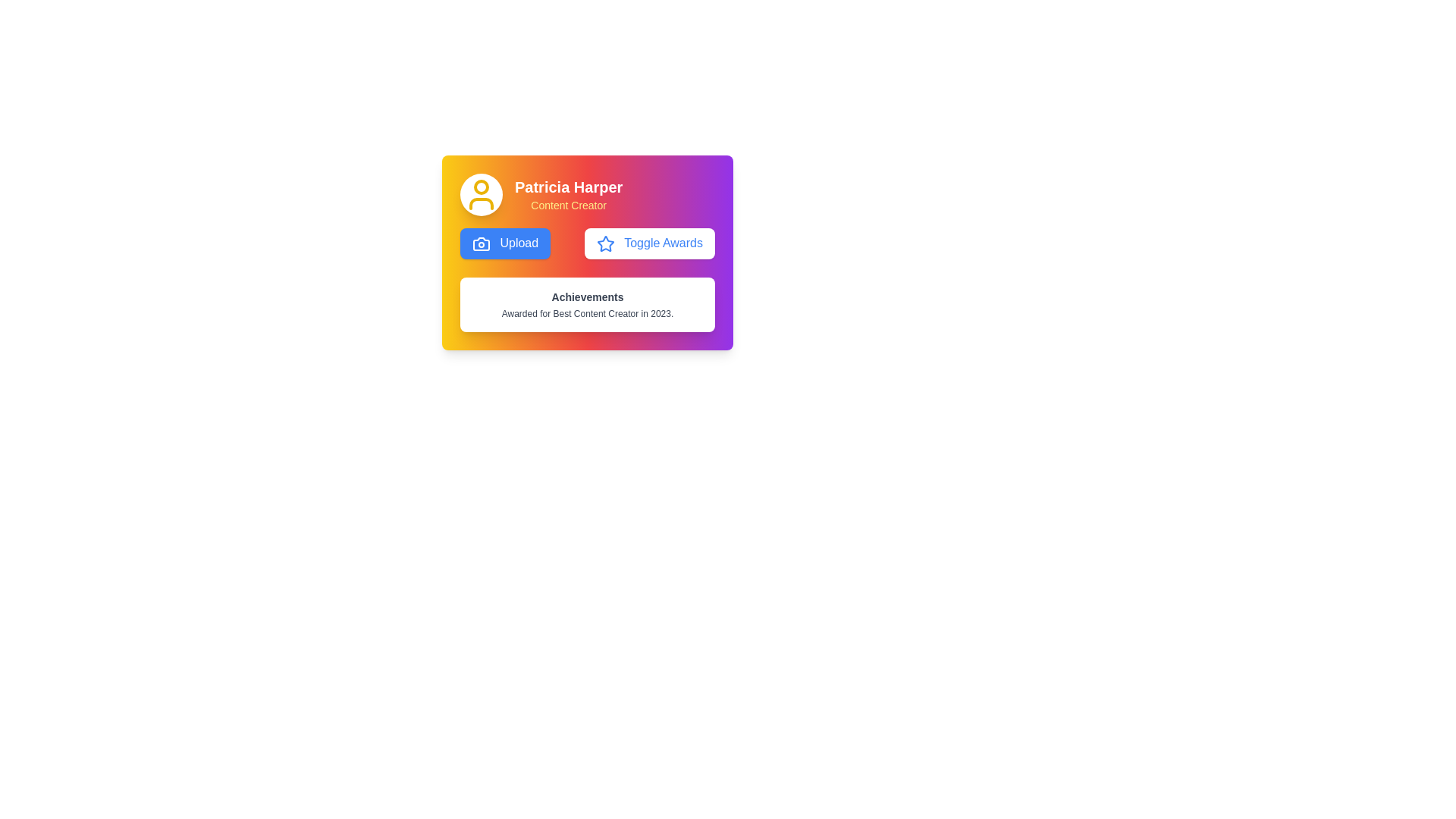  I want to click on the leftmost button below the profile information to initiate the upload functionality again, so click(505, 242).